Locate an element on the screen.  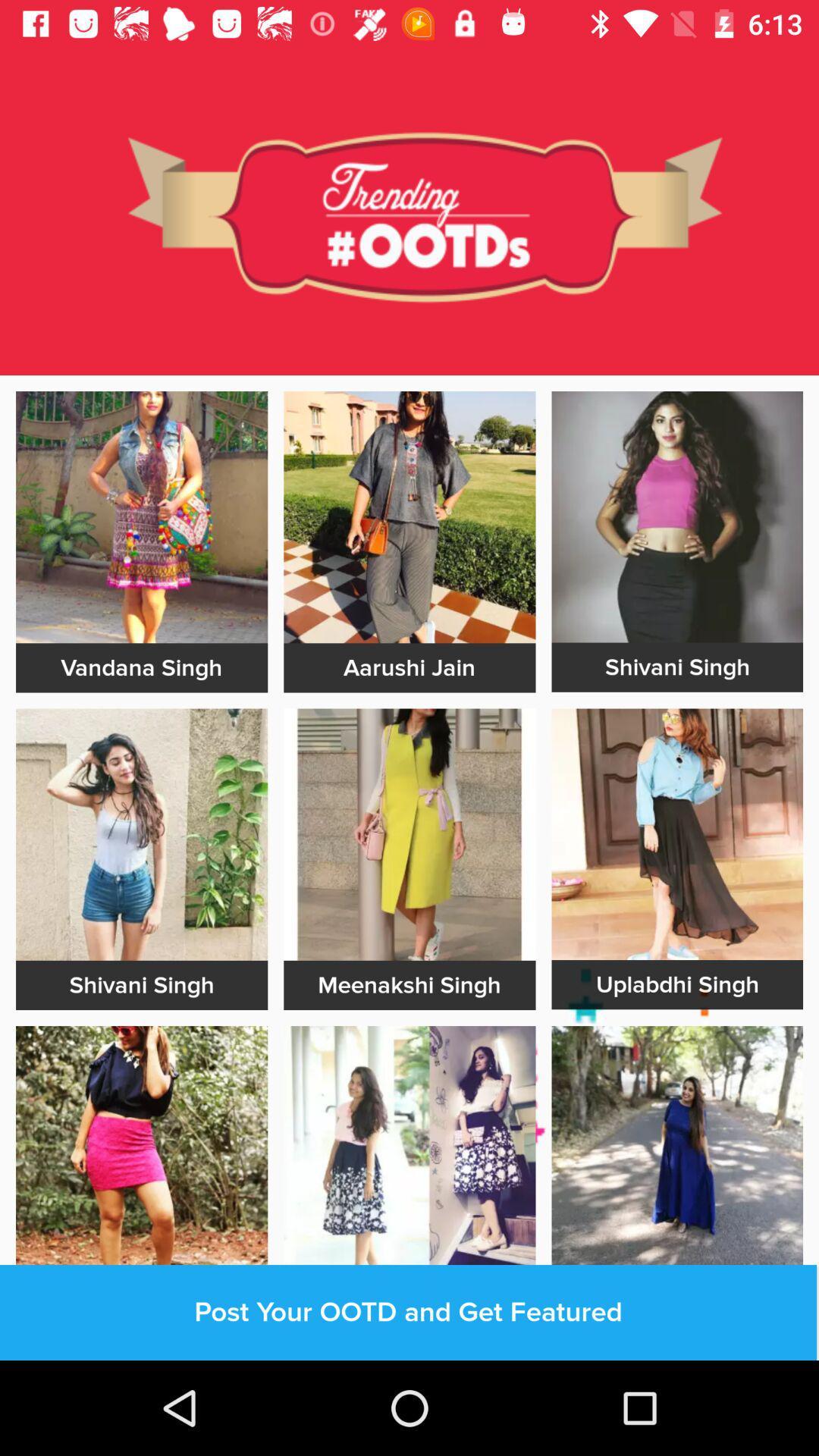
advertisement image is located at coordinates (676, 833).